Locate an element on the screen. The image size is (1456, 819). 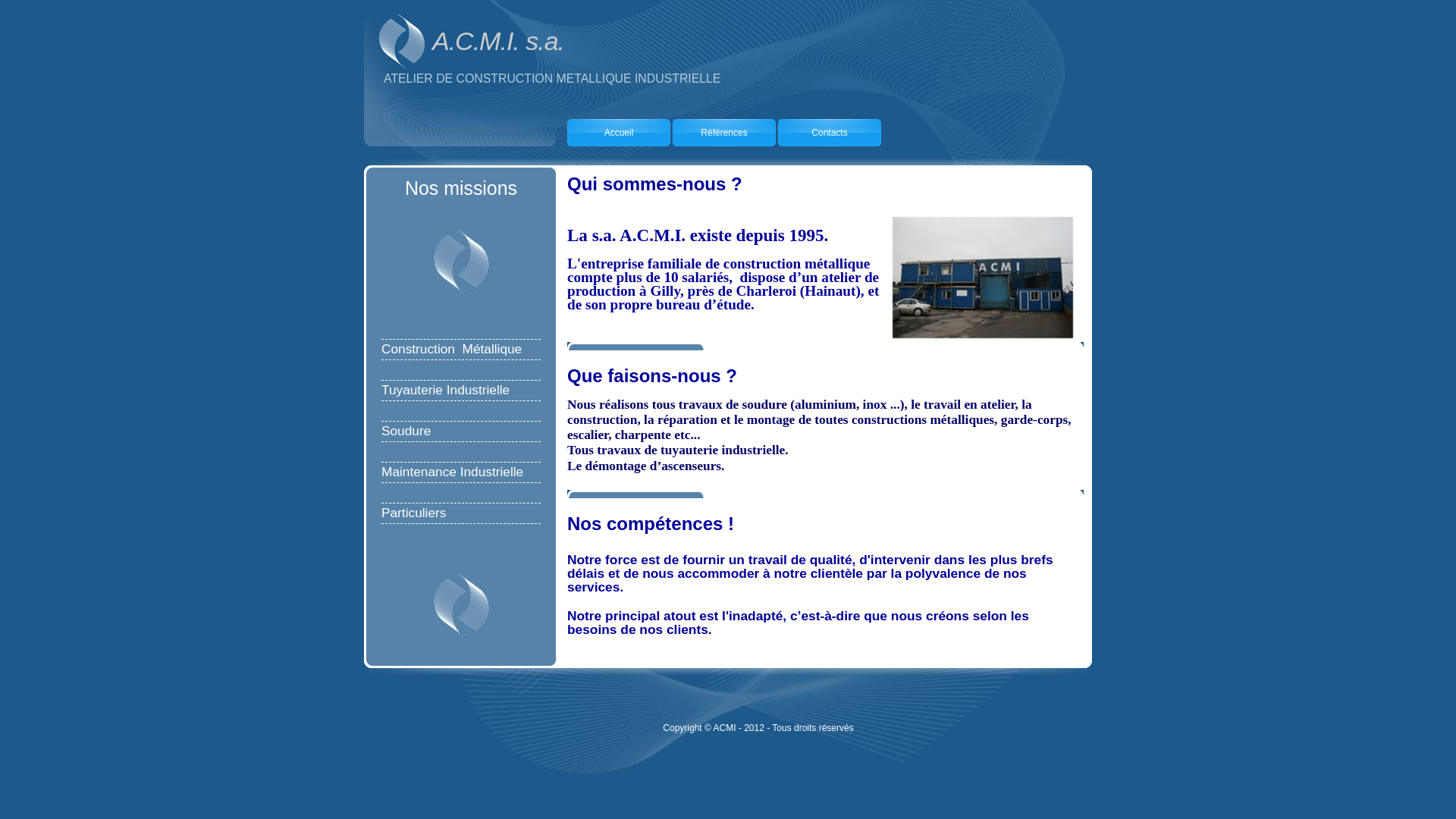
'Contacts' is located at coordinates (829, 131).